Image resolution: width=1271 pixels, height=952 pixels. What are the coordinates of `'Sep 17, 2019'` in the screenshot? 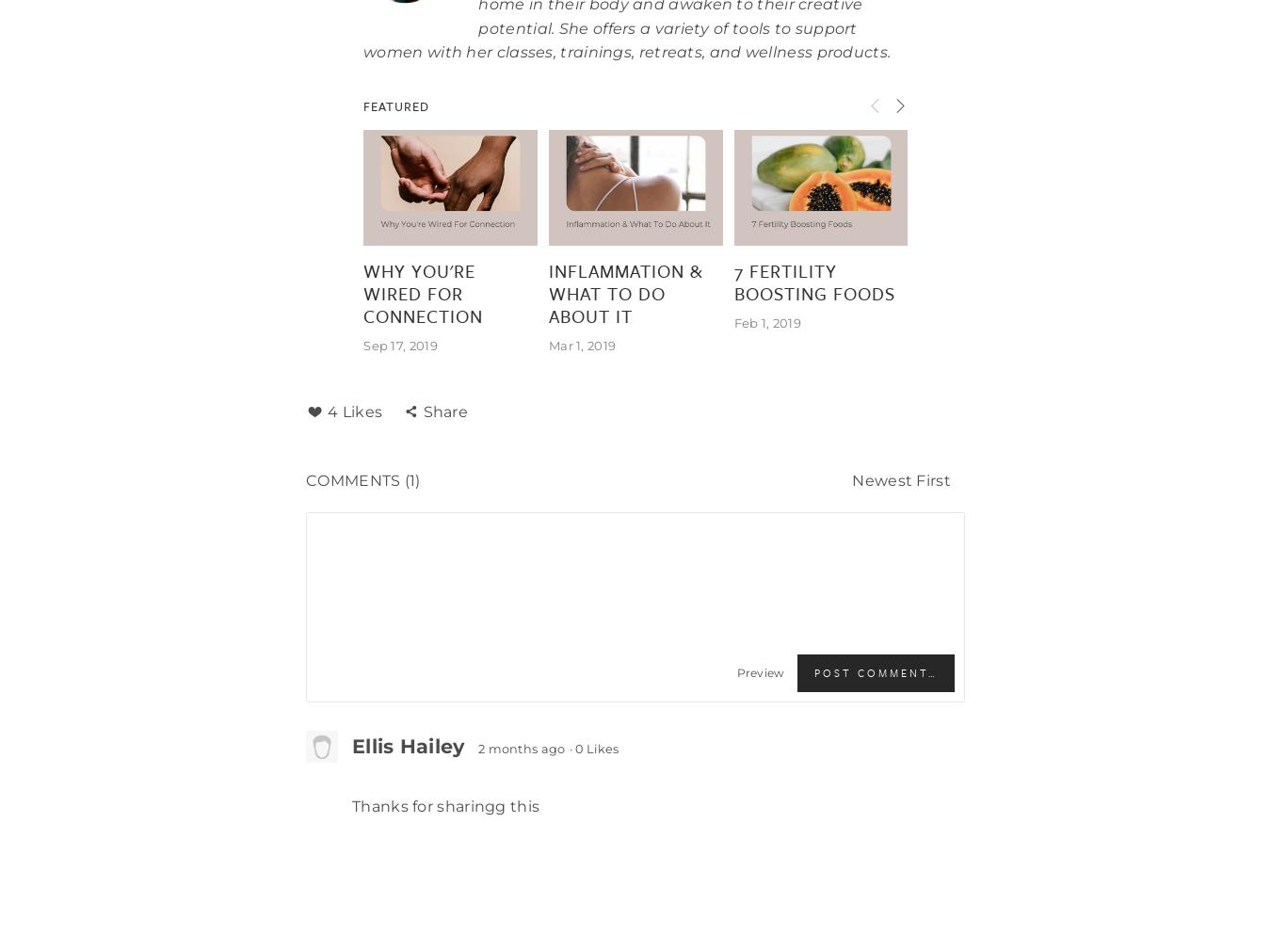 It's located at (399, 343).